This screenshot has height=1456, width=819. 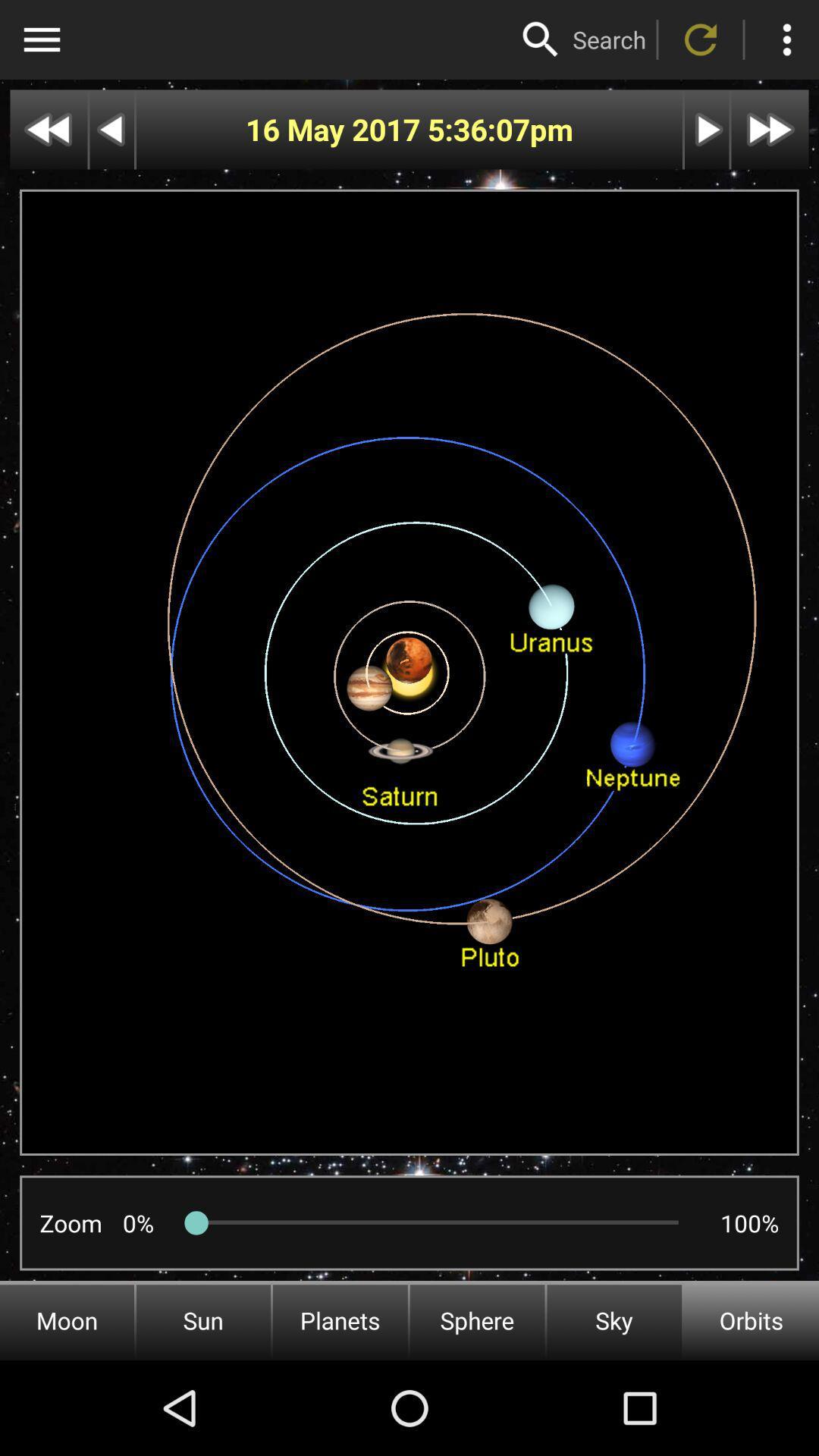 I want to click on the more icon, so click(x=786, y=39).